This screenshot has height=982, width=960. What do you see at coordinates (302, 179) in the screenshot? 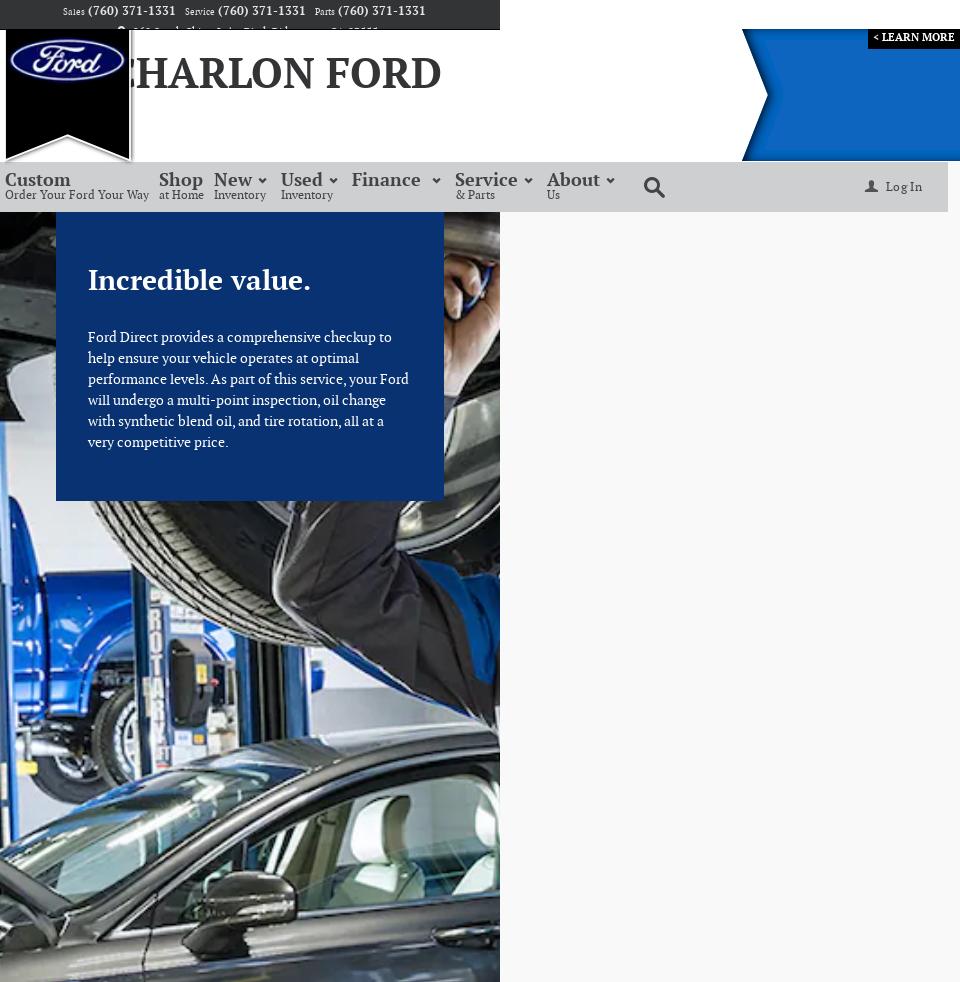
I see `'Used'` at bounding box center [302, 179].